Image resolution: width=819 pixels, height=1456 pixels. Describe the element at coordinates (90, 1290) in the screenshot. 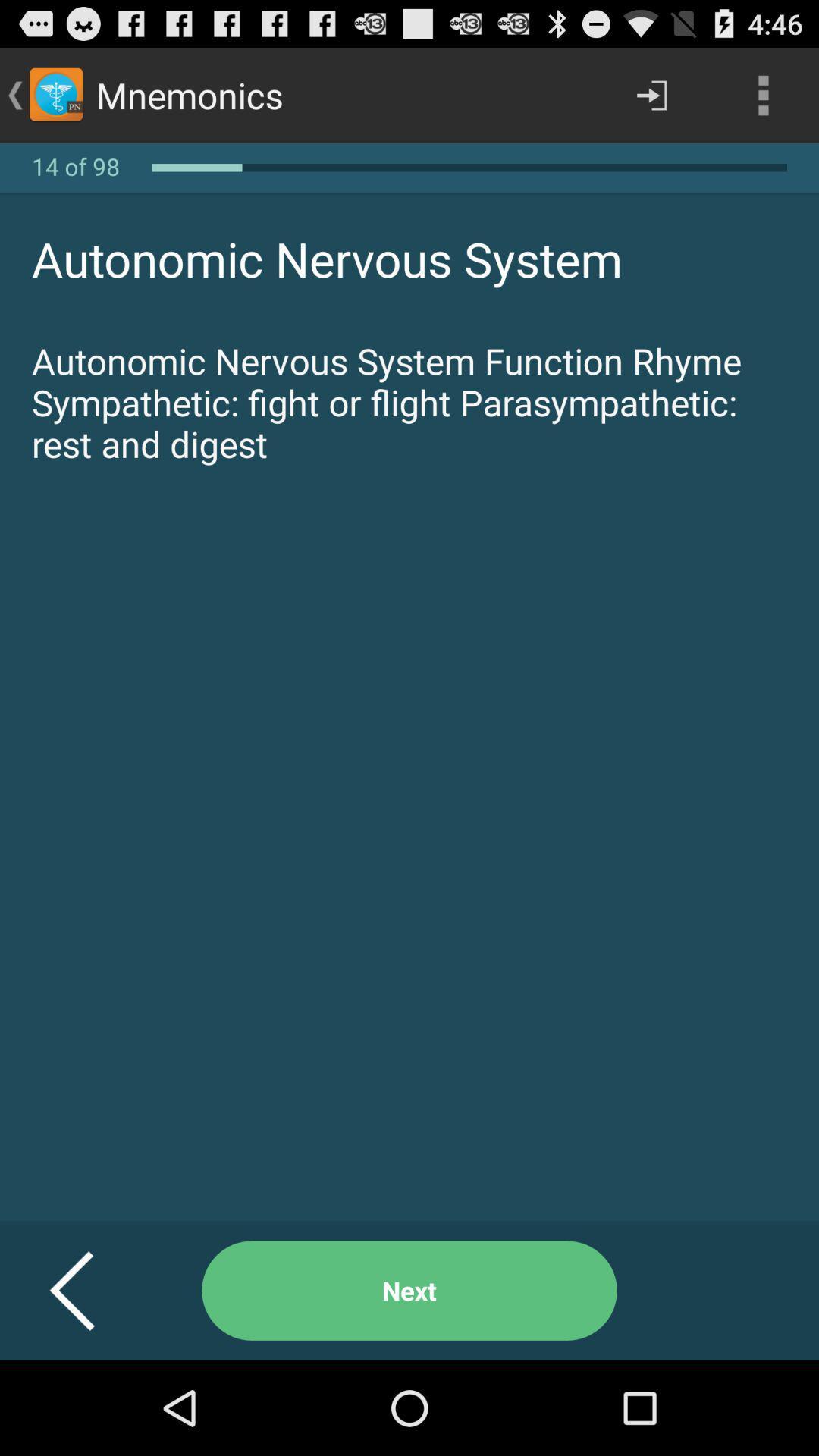

I see `go back` at that location.